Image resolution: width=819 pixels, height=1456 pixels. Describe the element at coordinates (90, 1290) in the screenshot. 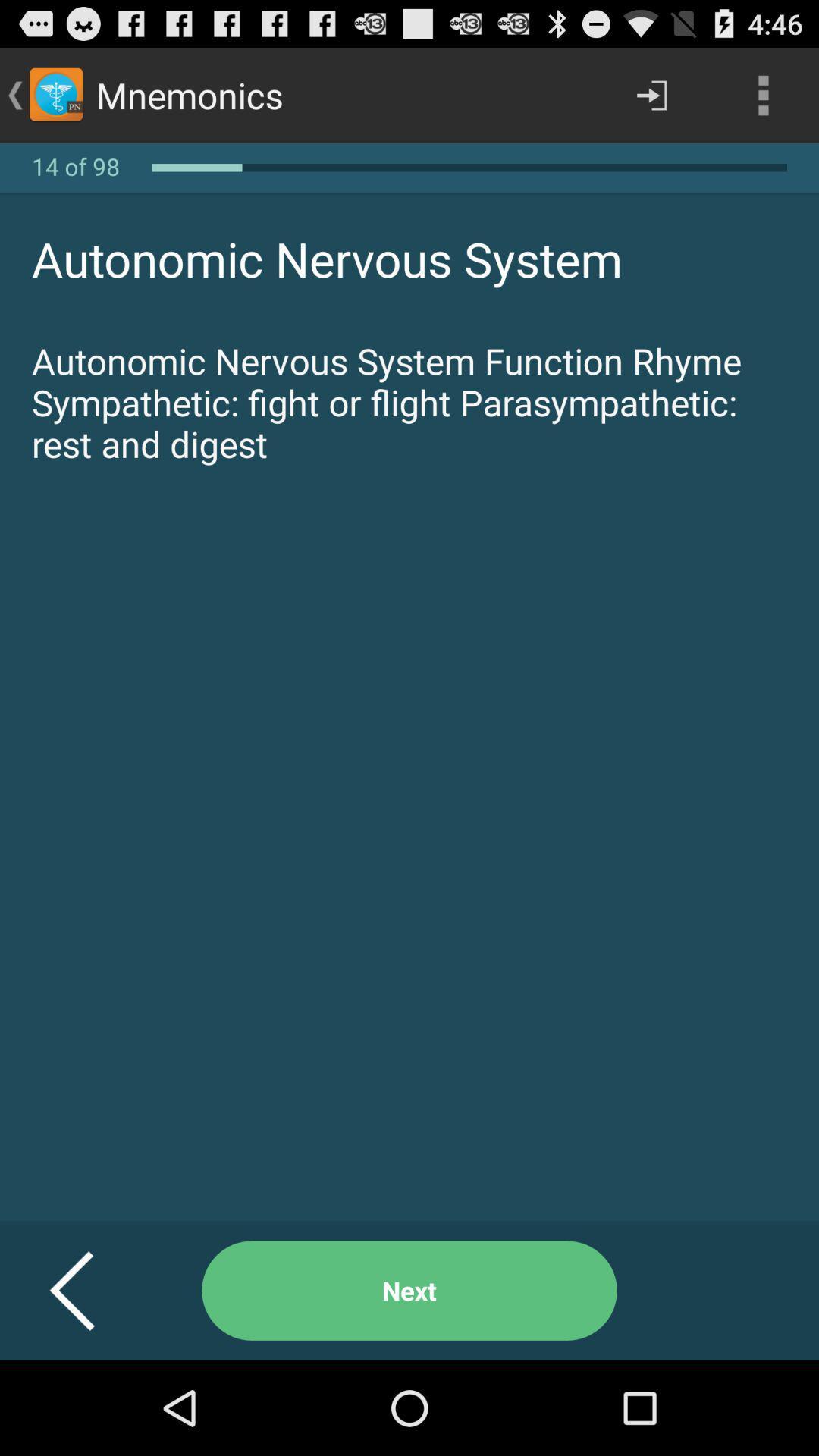

I see `go back` at that location.